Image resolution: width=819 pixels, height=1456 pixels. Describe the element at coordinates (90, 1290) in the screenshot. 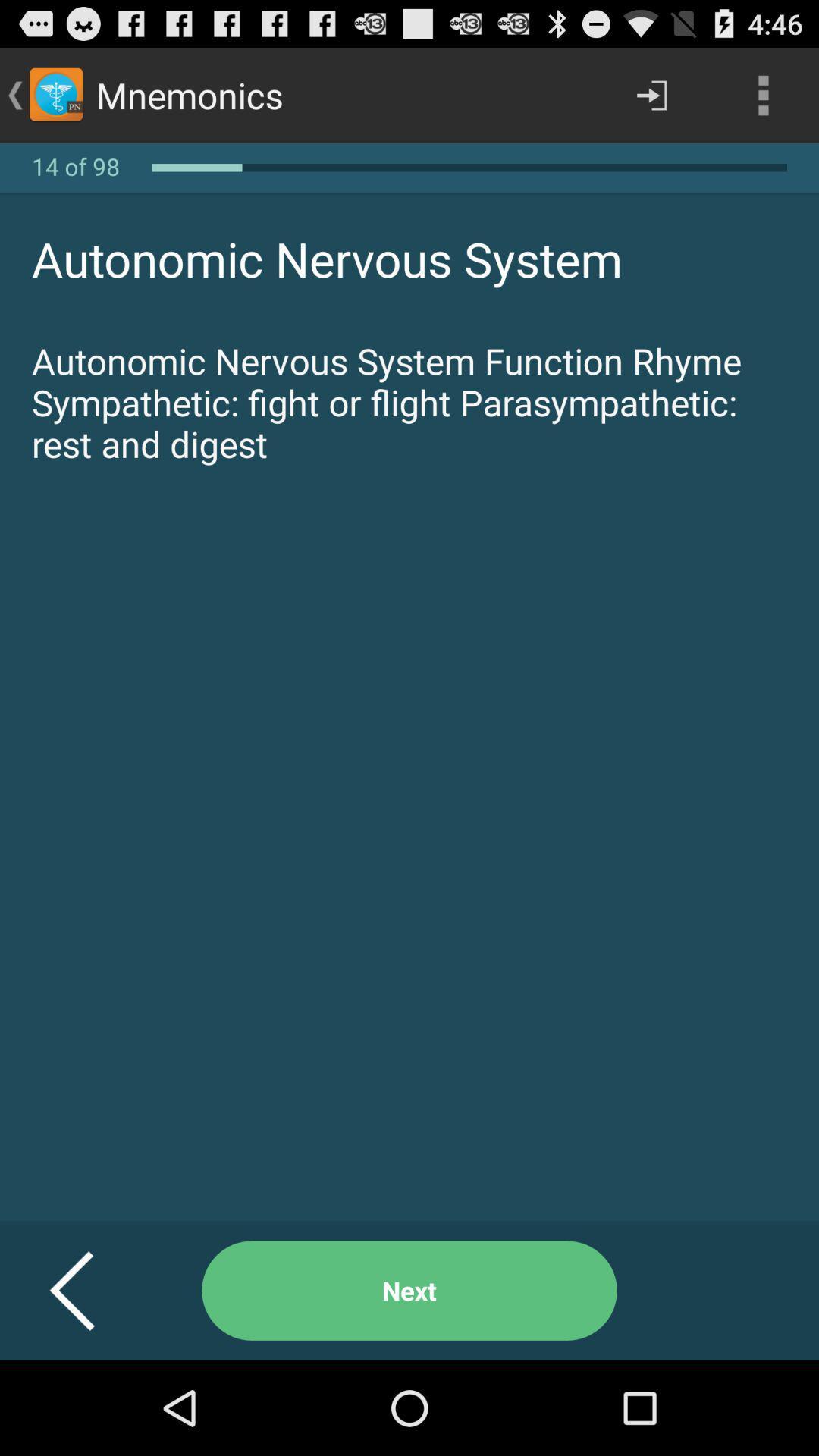

I see `go back` at that location.